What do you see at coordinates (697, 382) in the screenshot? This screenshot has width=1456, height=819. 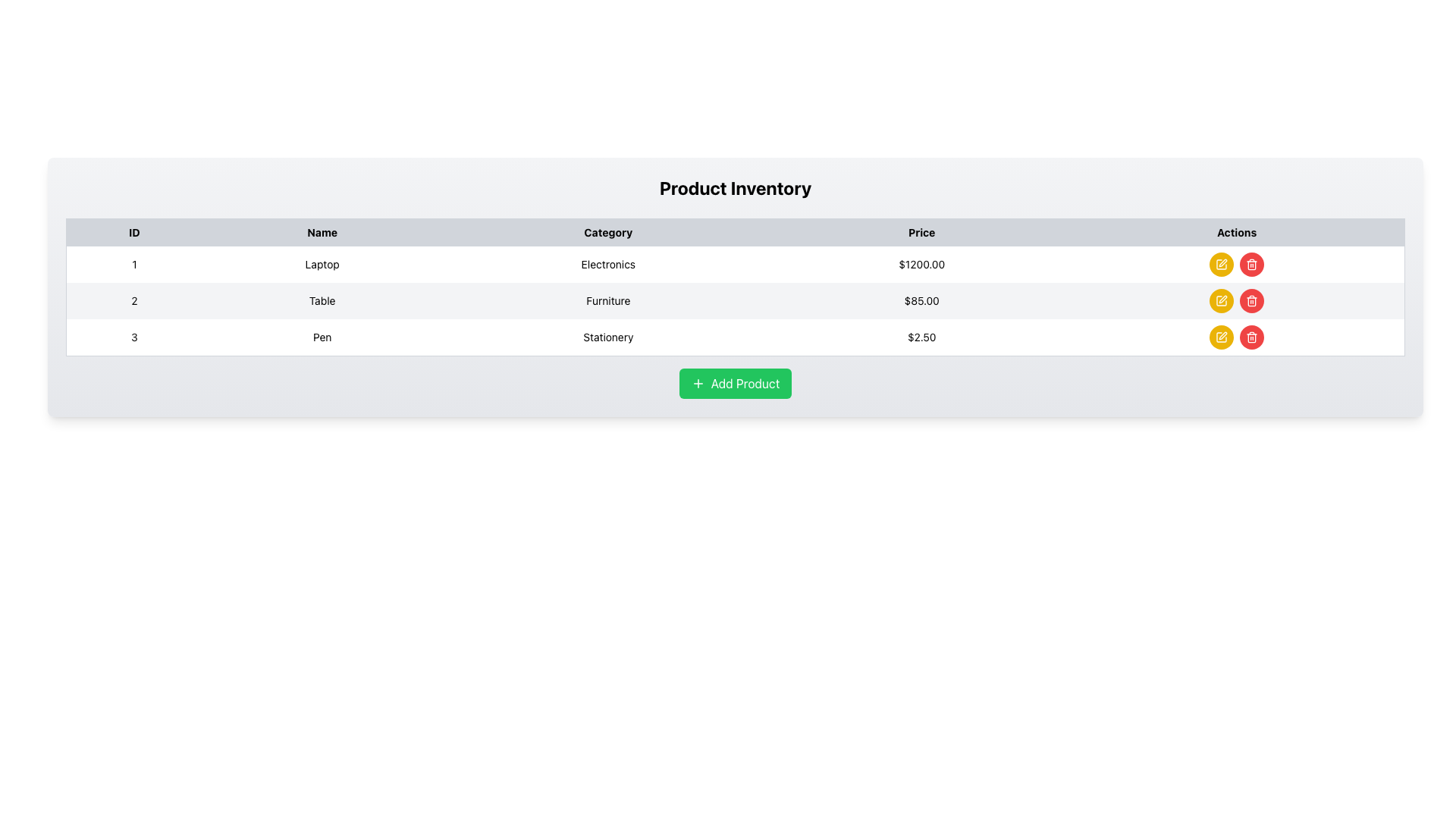 I see `the plus sign icon located within the green 'Add Product' button, which is positioned below the product inventory table` at bounding box center [697, 382].